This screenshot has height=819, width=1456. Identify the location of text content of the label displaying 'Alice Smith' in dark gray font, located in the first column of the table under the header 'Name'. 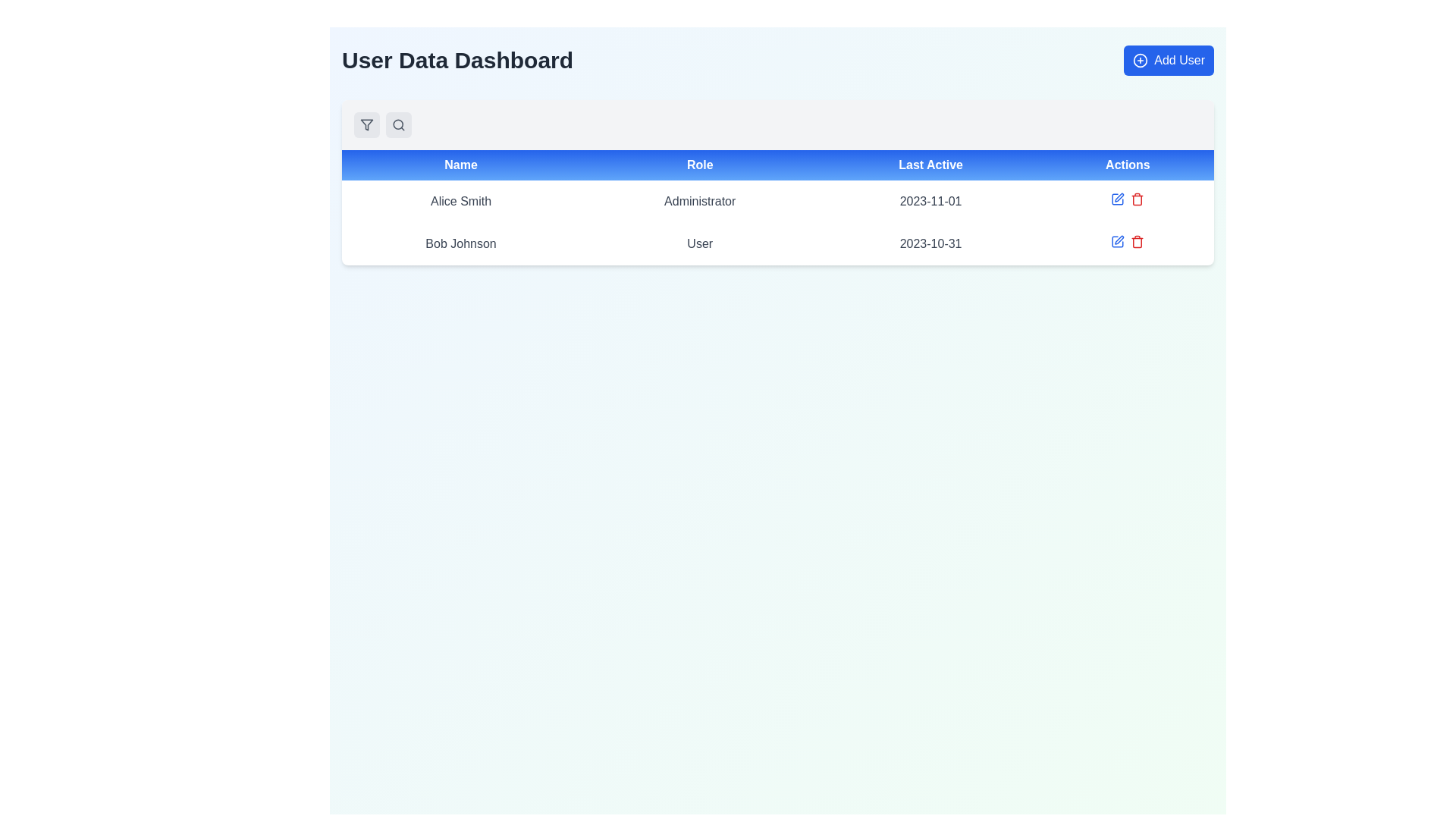
(460, 201).